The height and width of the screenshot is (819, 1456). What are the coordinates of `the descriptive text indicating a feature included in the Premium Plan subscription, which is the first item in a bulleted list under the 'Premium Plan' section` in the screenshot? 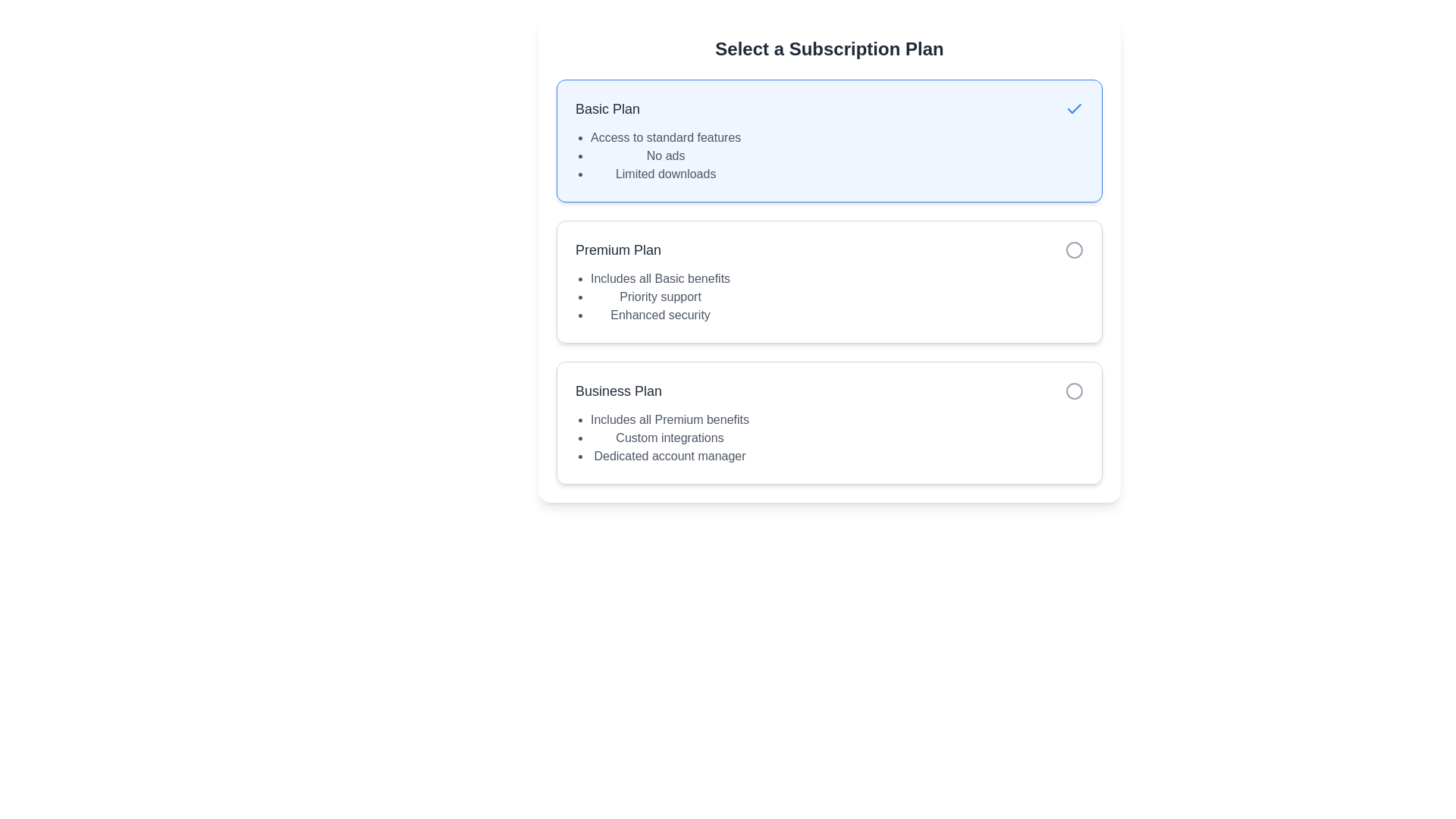 It's located at (661, 278).